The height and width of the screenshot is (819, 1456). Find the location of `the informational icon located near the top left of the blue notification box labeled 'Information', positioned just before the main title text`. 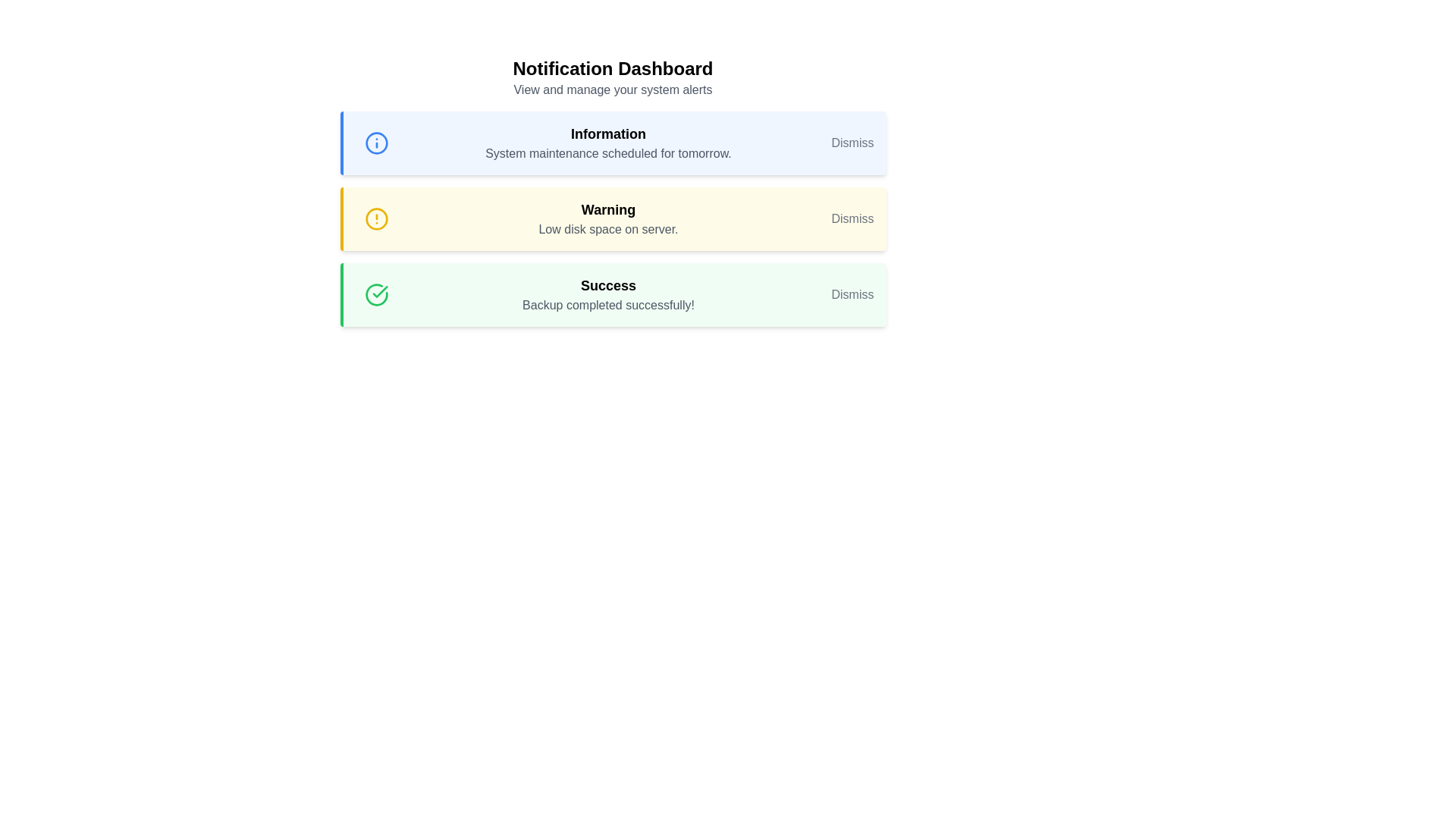

the informational icon located near the top left of the blue notification box labeled 'Information', positioned just before the main title text is located at coordinates (376, 143).